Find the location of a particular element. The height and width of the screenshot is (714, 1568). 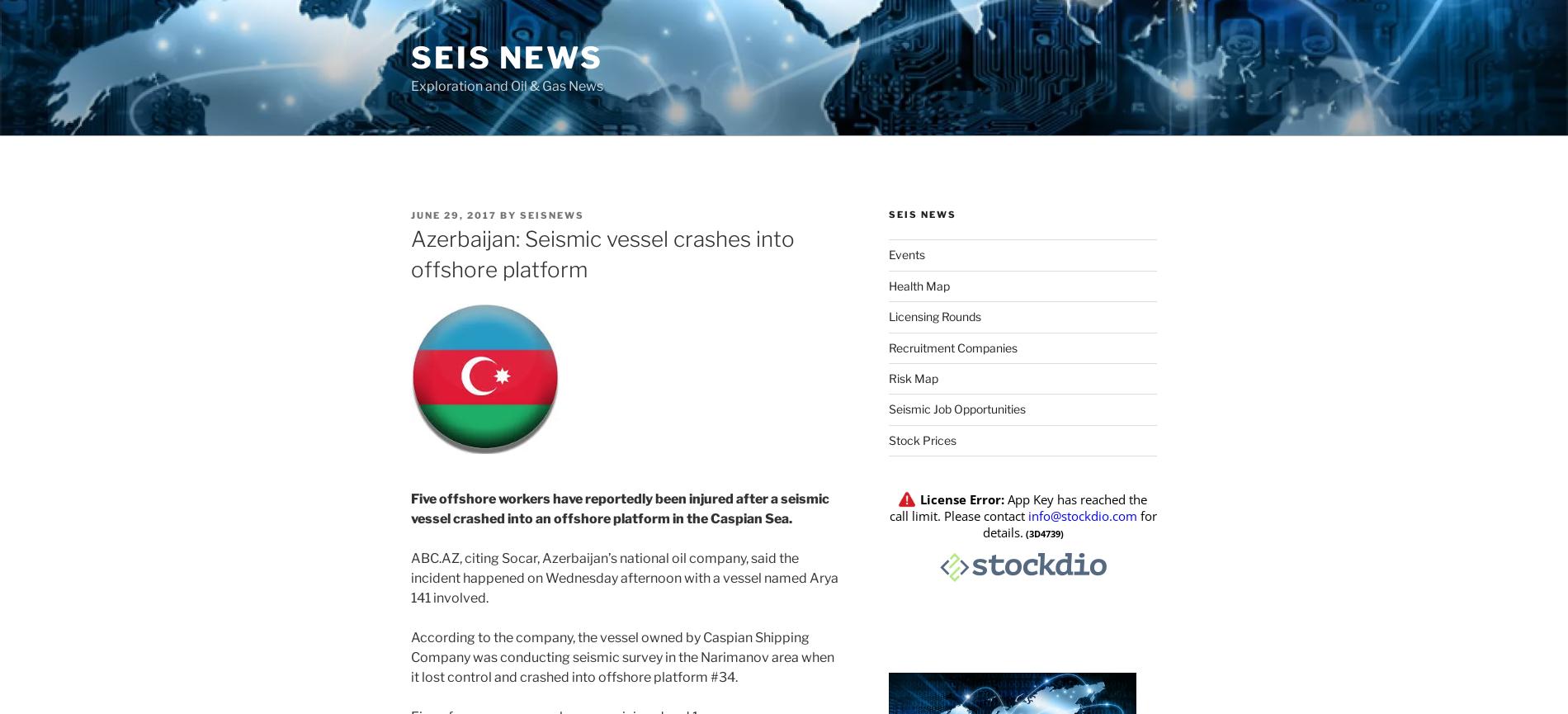

'Licensing Rounds' is located at coordinates (934, 316).